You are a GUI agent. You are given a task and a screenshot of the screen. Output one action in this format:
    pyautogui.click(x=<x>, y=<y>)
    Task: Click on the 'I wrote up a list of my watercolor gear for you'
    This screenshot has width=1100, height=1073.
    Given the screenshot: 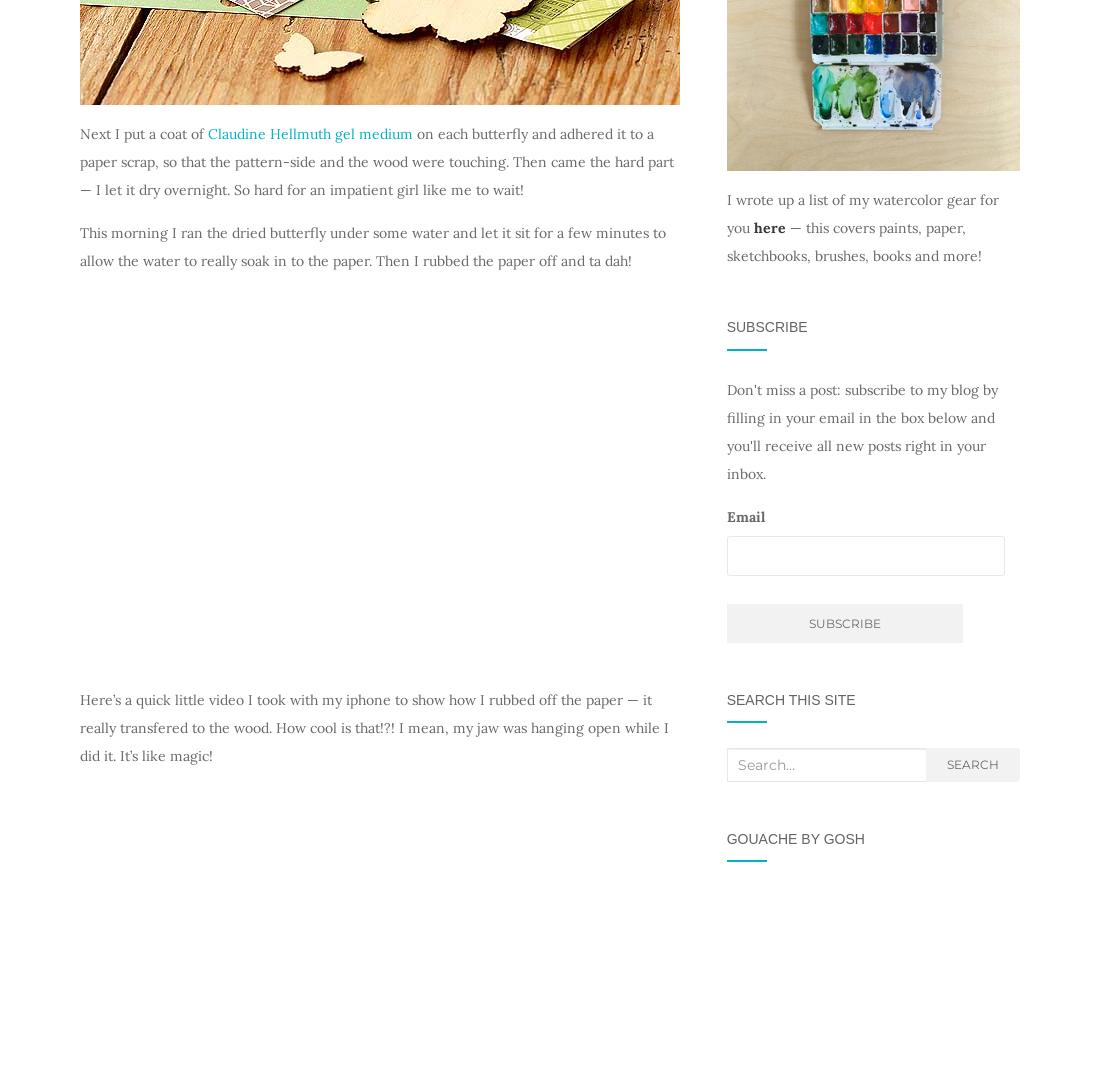 What is the action you would take?
    pyautogui.click(x=860, y=213)
    